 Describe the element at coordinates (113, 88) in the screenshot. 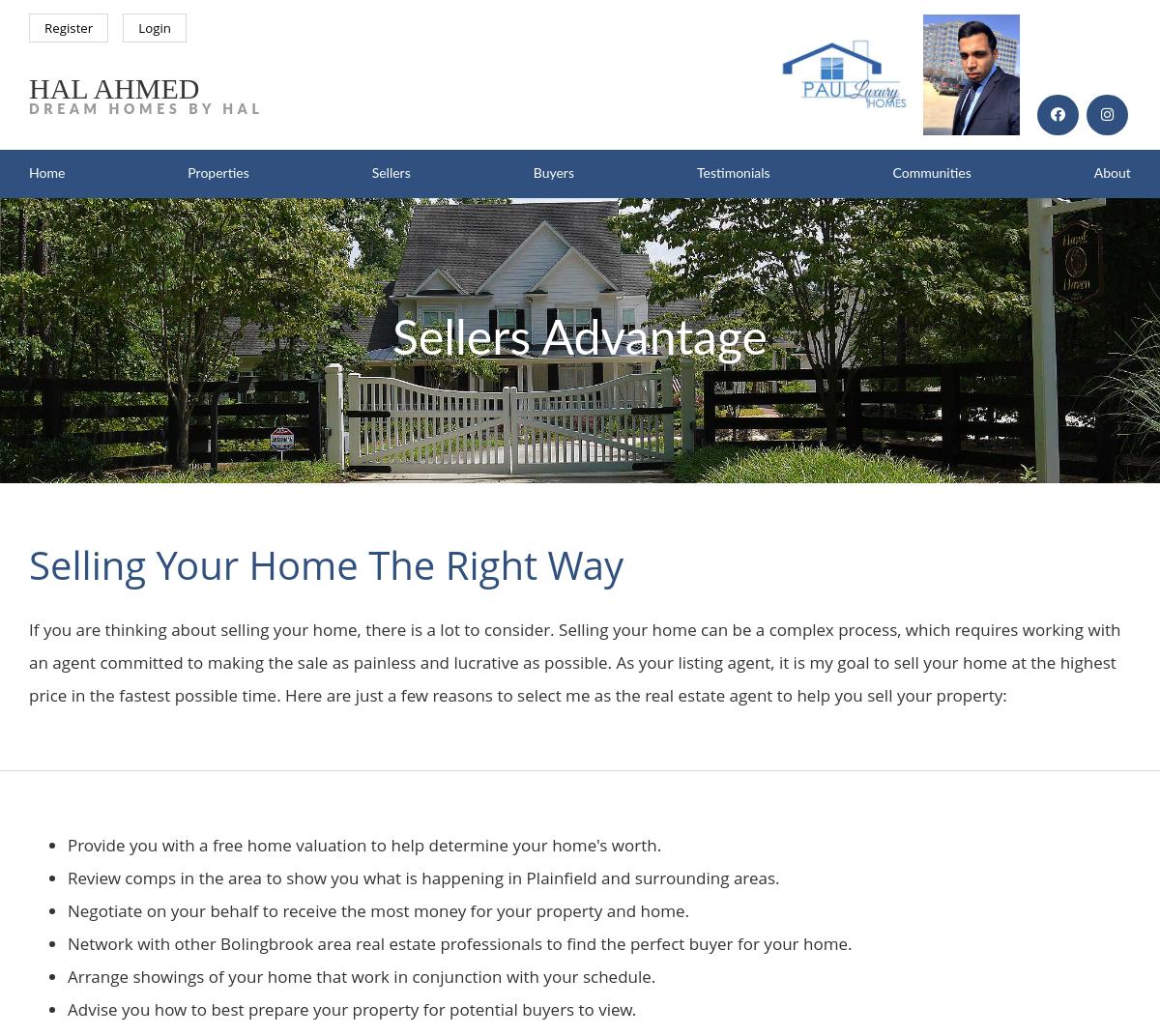

I see `'Hal Ahmed'` at that location.